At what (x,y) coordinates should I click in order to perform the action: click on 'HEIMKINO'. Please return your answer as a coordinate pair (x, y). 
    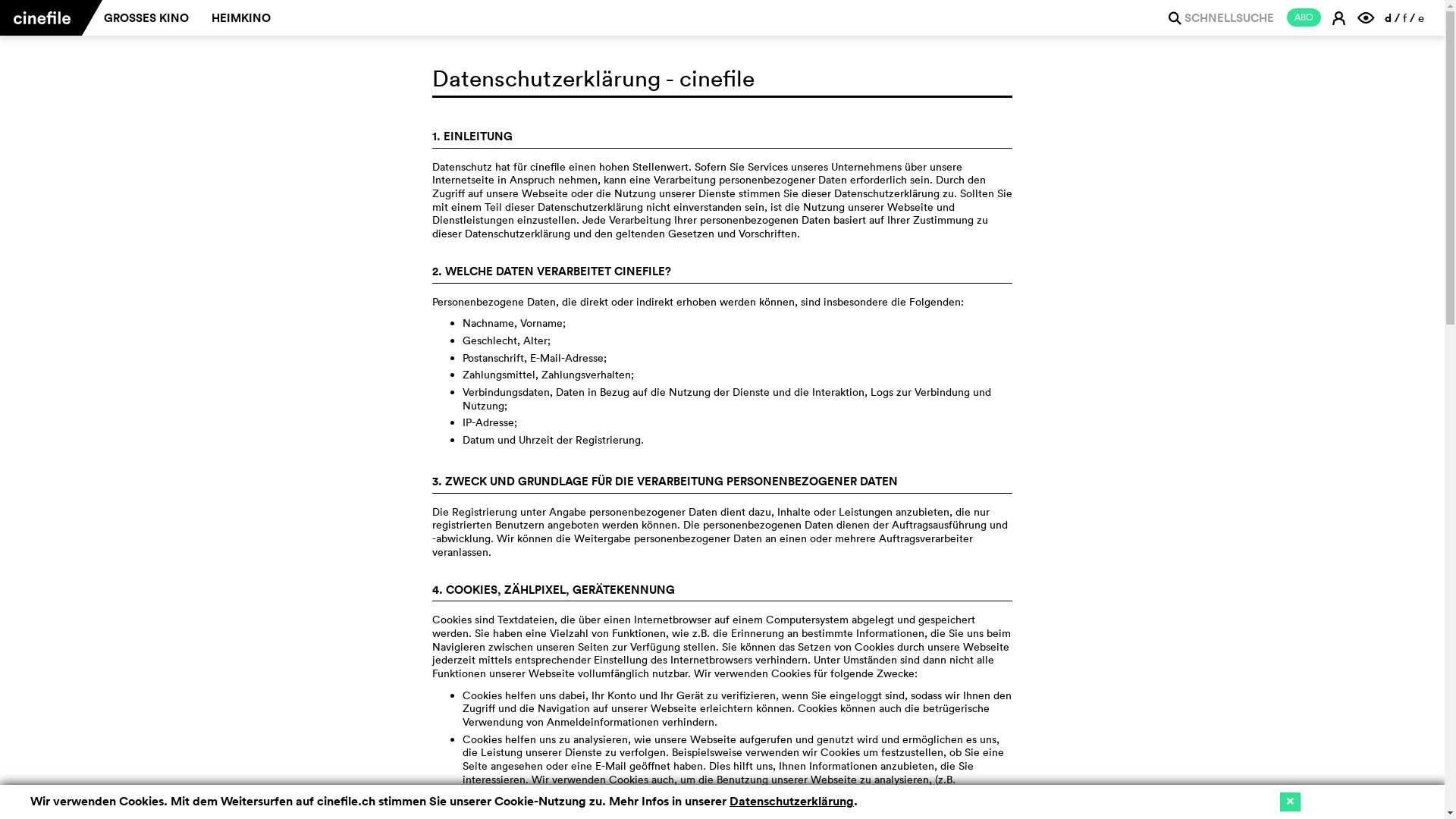
    Looking at the image, I should click on (240, 17).